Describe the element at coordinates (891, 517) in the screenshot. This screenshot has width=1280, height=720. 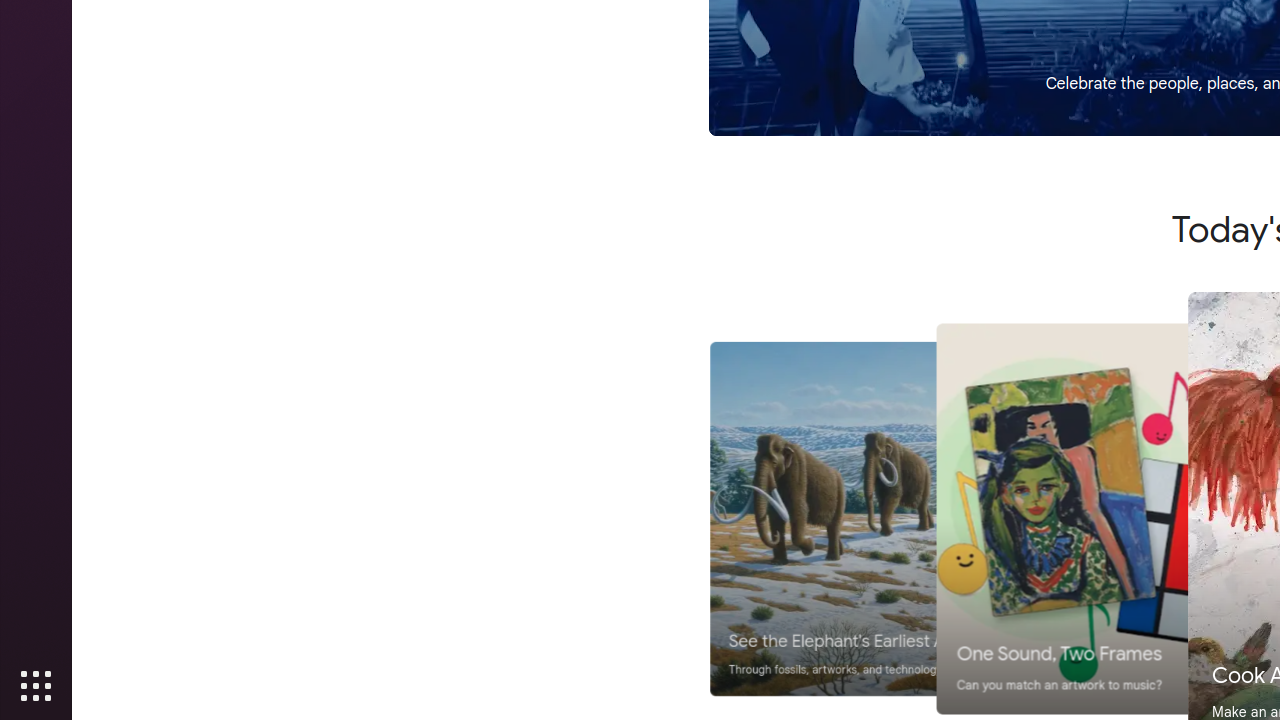
I see `'See the Elephant'` at that location.